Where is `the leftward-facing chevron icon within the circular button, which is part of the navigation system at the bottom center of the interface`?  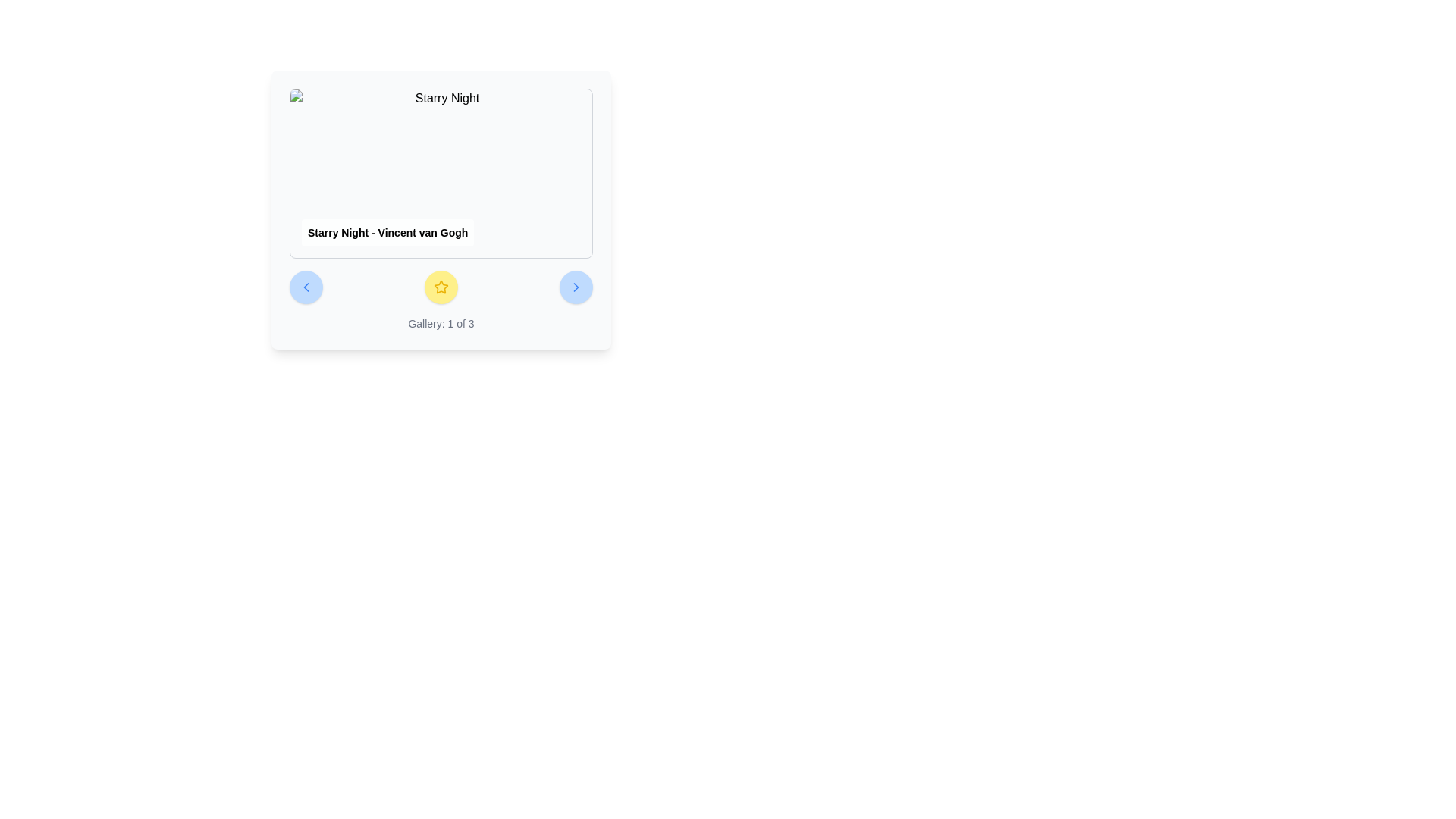 the leftward-facing chevron icon within the circular button, which is part of the navigation system at the bottom center of the interface is located at coordinates (305, 287).